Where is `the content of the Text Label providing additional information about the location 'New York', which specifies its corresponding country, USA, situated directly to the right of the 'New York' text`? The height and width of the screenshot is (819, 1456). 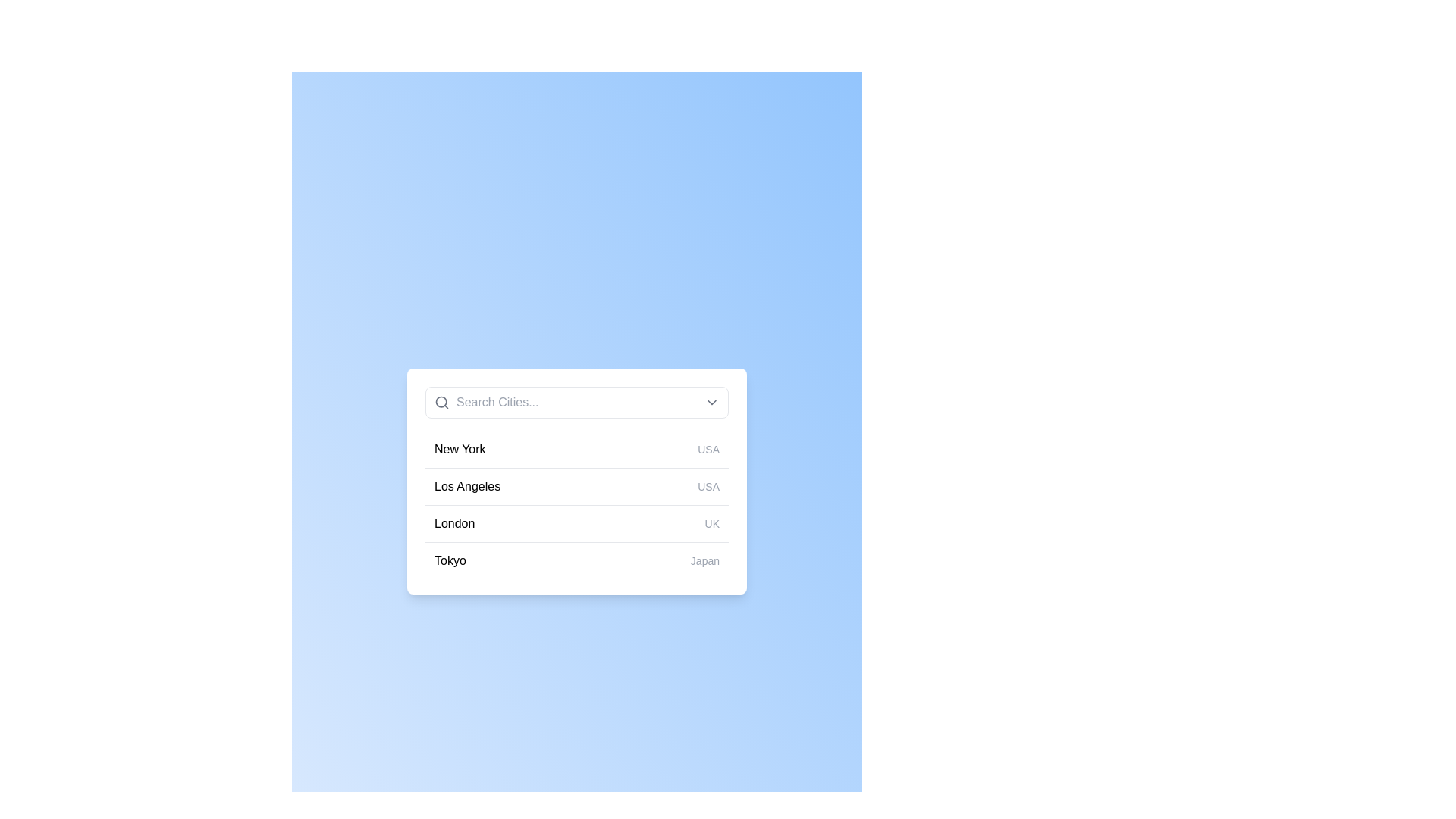 the content of the Text Label providing additional information about the location 'New York', which specifies its corresponding country, USA, situated directly to the right of the 'New York' text is located at coordinates (708, 449).